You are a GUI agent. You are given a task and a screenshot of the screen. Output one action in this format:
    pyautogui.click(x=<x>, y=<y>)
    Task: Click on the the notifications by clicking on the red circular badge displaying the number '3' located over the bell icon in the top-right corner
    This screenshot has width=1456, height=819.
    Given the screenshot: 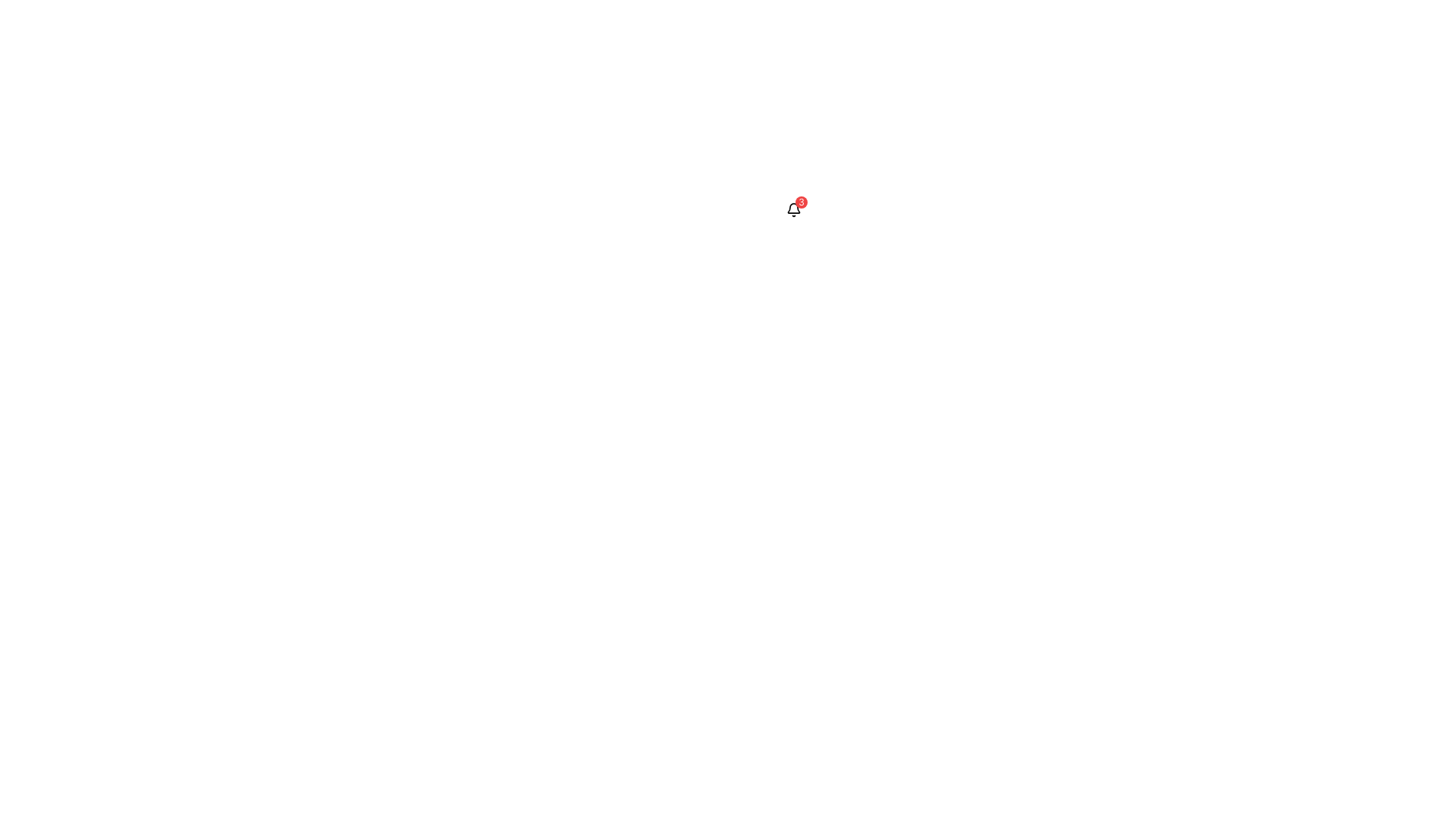 What is the action you would take?
    pyautogui.click(x=792, y=210)
    